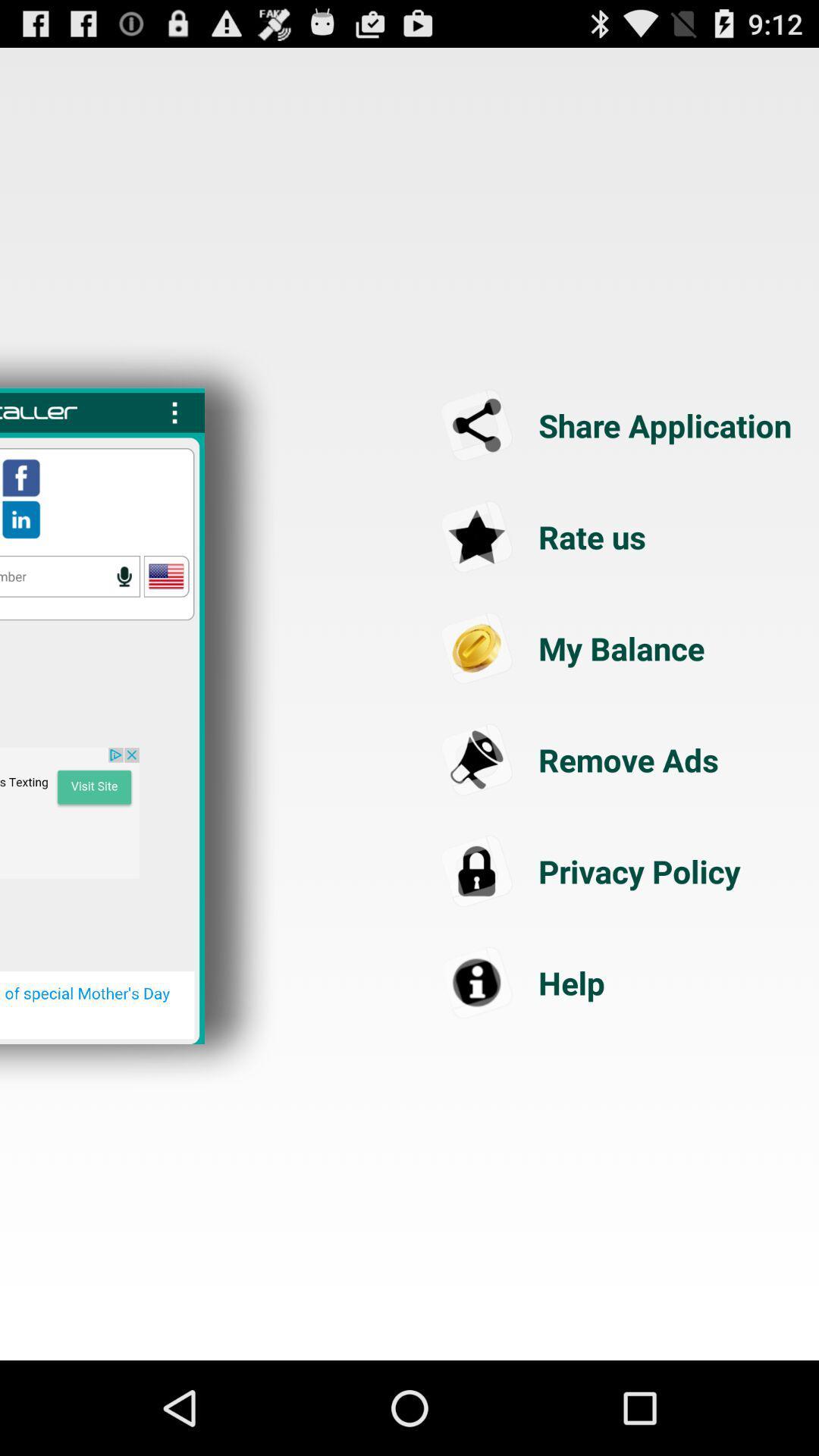 The height and width of the screenshot is (1456, 819). I want to click on dictate phone number, so click(124, 576).